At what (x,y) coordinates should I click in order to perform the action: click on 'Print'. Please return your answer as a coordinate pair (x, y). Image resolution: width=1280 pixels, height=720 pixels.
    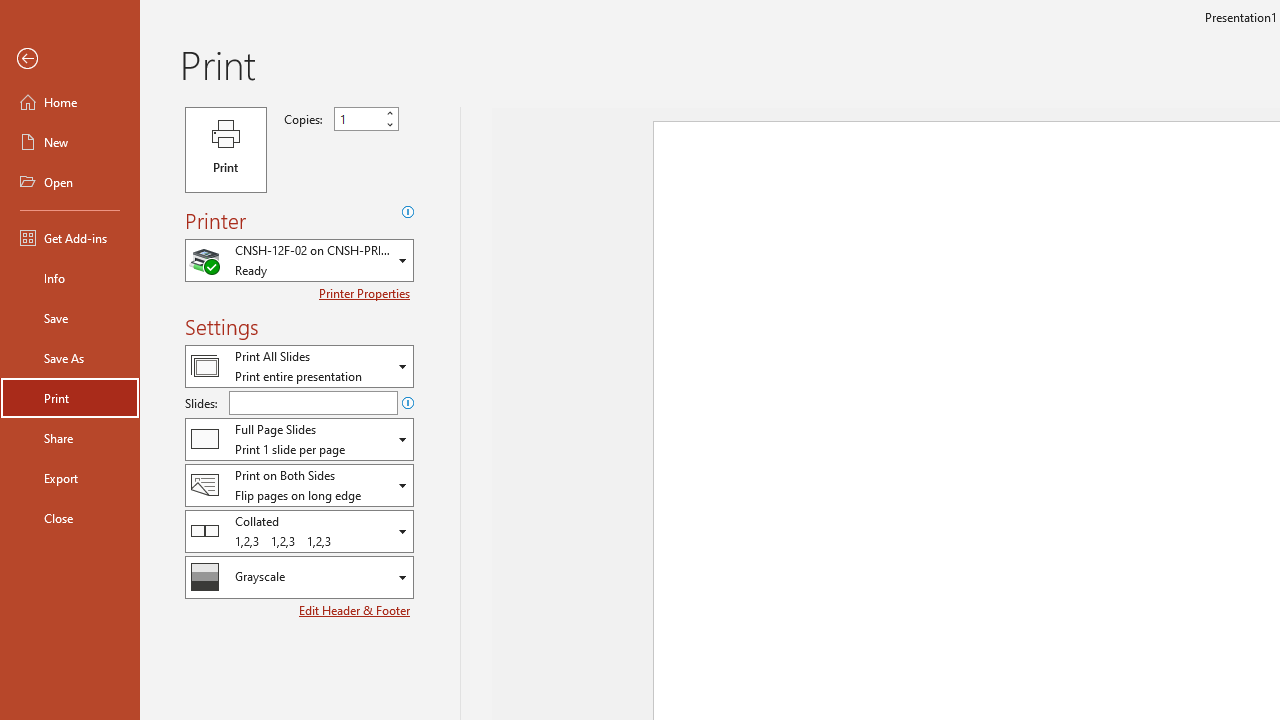
    Looking at the image, I should click on (69, 398).